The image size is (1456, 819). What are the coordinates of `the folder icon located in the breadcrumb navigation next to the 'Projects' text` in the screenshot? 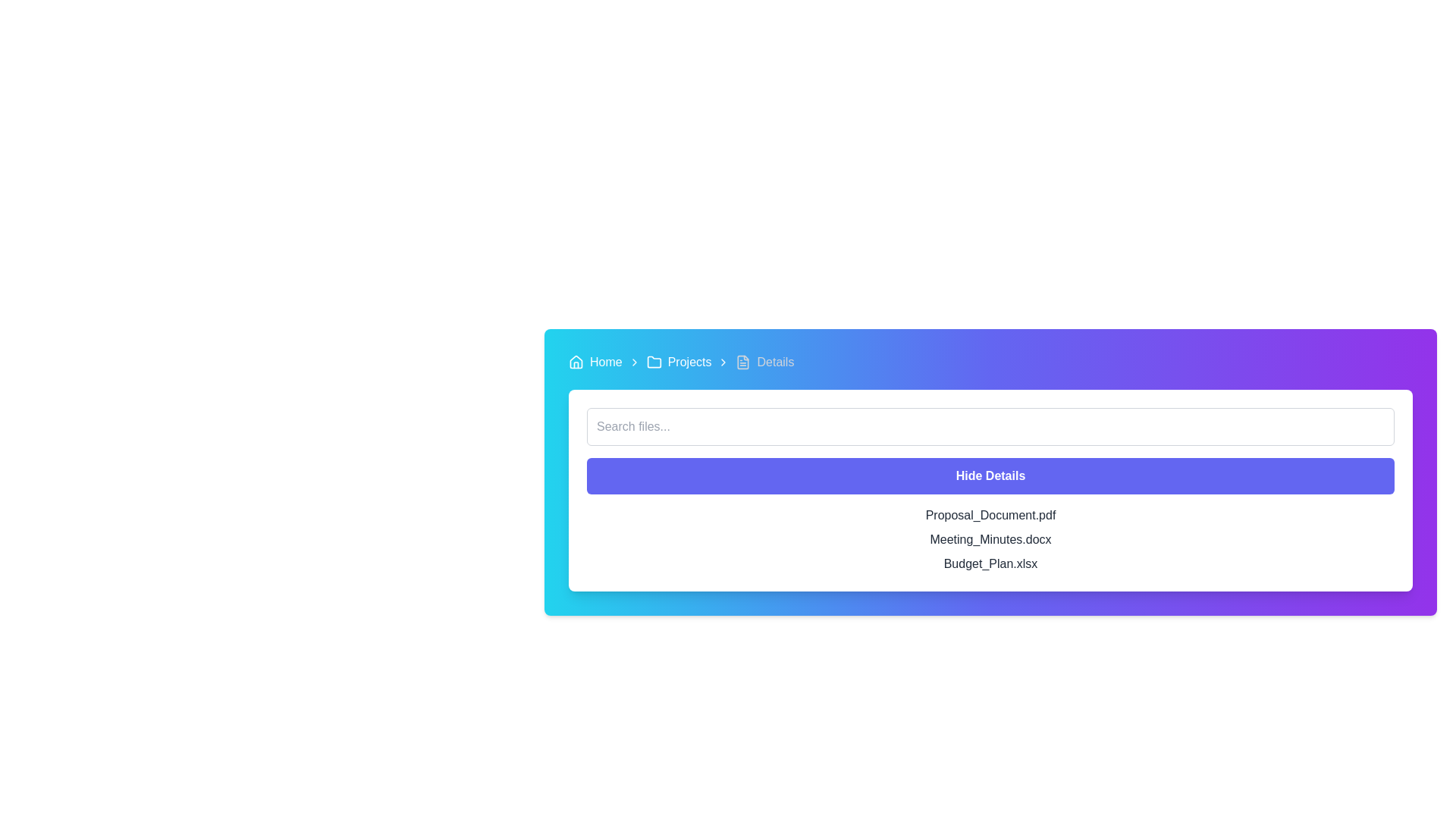 It's located at (654, 362).